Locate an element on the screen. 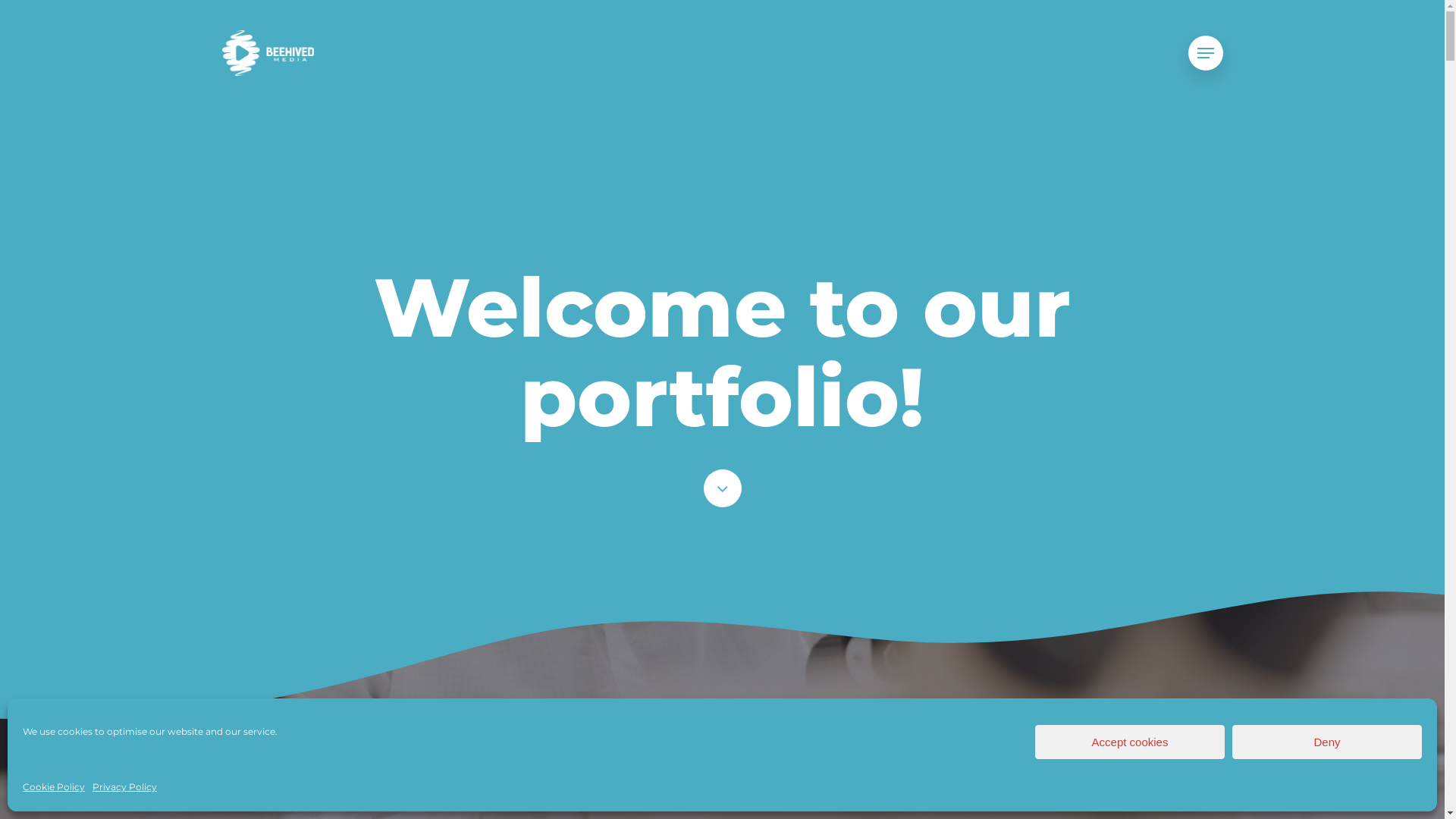 This screenshot has height=819, width=1456. 'Cookie Policy' is located at coordinates (54, 786).